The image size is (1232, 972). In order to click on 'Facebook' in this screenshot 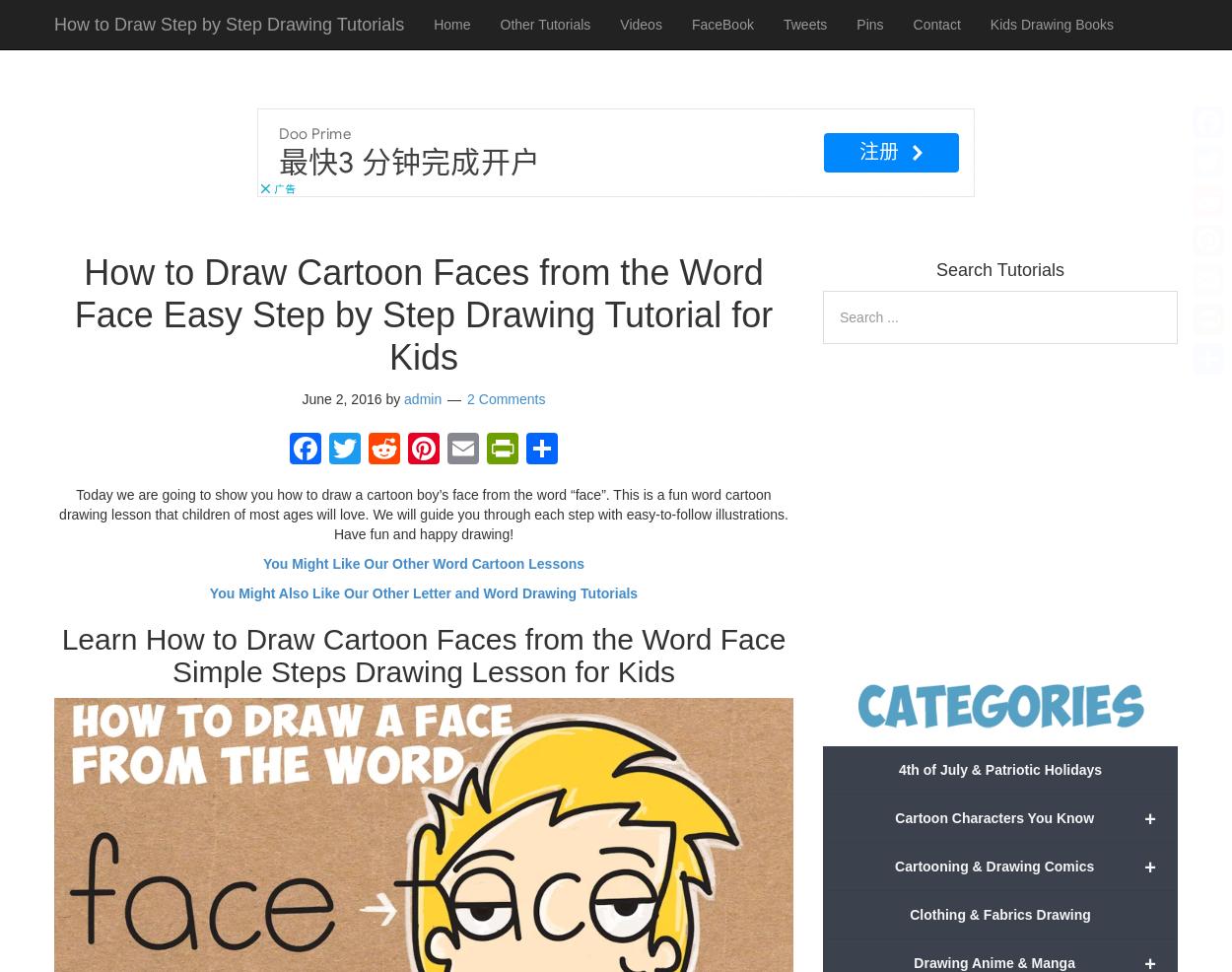, I will do `click(335, 556)`.